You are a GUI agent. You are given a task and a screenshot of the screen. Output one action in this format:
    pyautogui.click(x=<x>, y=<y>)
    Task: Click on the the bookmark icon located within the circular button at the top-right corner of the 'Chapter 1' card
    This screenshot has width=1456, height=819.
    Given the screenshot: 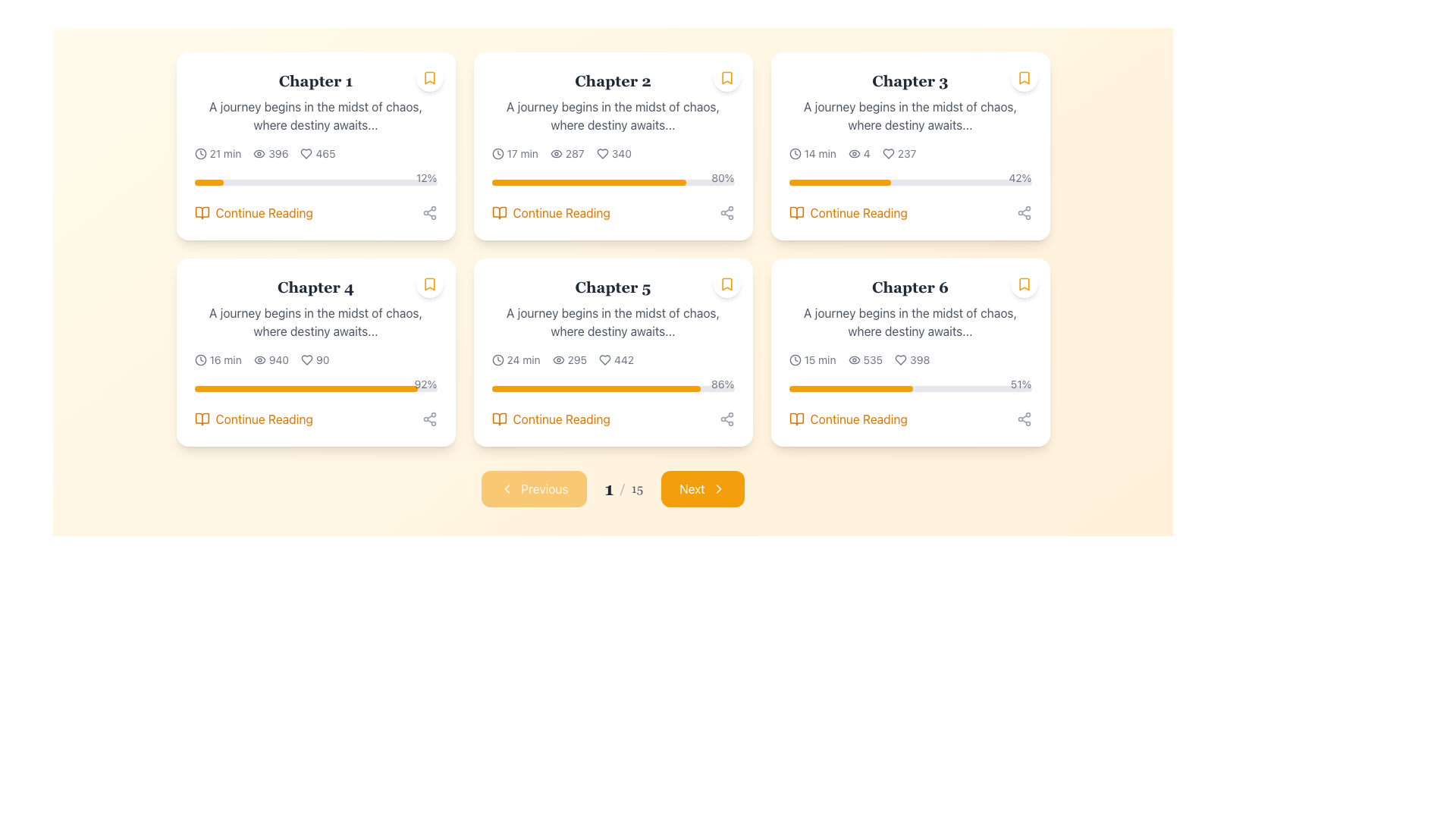 What is the action you would take?
    pyautogui.click(x=428, y=78)
    